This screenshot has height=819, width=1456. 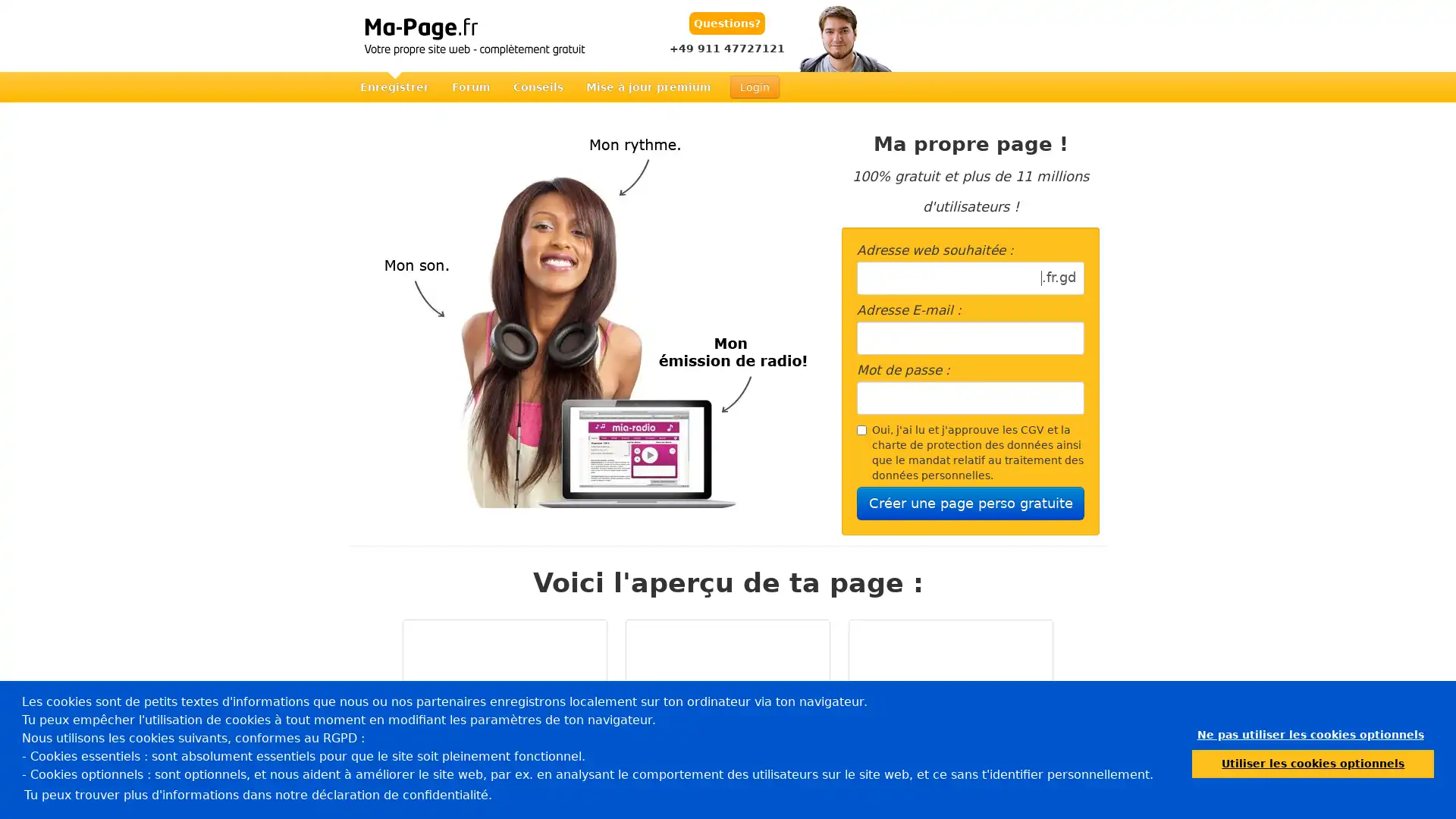 I want to click on allow cookies, so click(x=1312, y=763).